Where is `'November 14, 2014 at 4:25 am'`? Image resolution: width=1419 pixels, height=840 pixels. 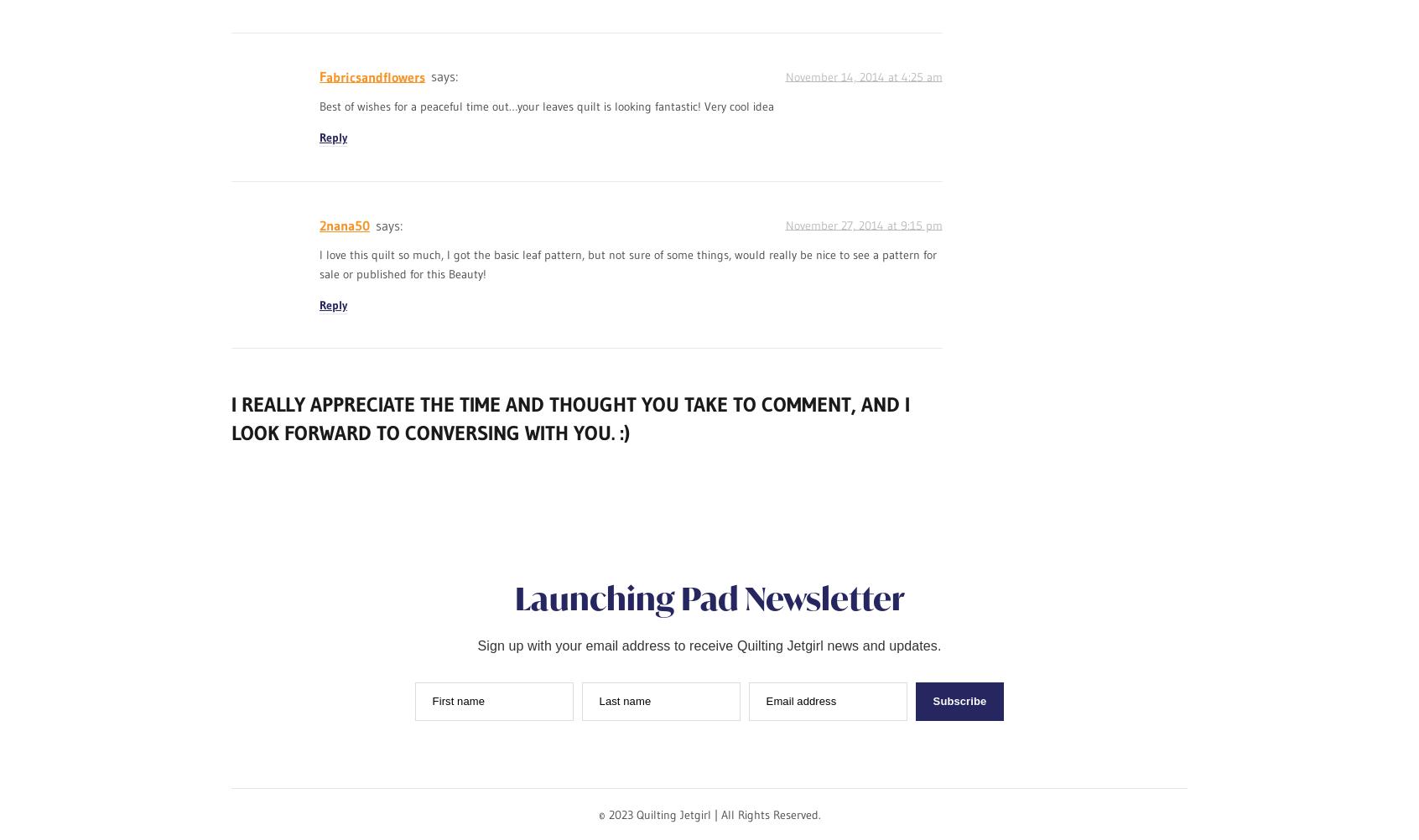 'November 14, 2014 at 4:25 am' is located at coordinates (862, 75).